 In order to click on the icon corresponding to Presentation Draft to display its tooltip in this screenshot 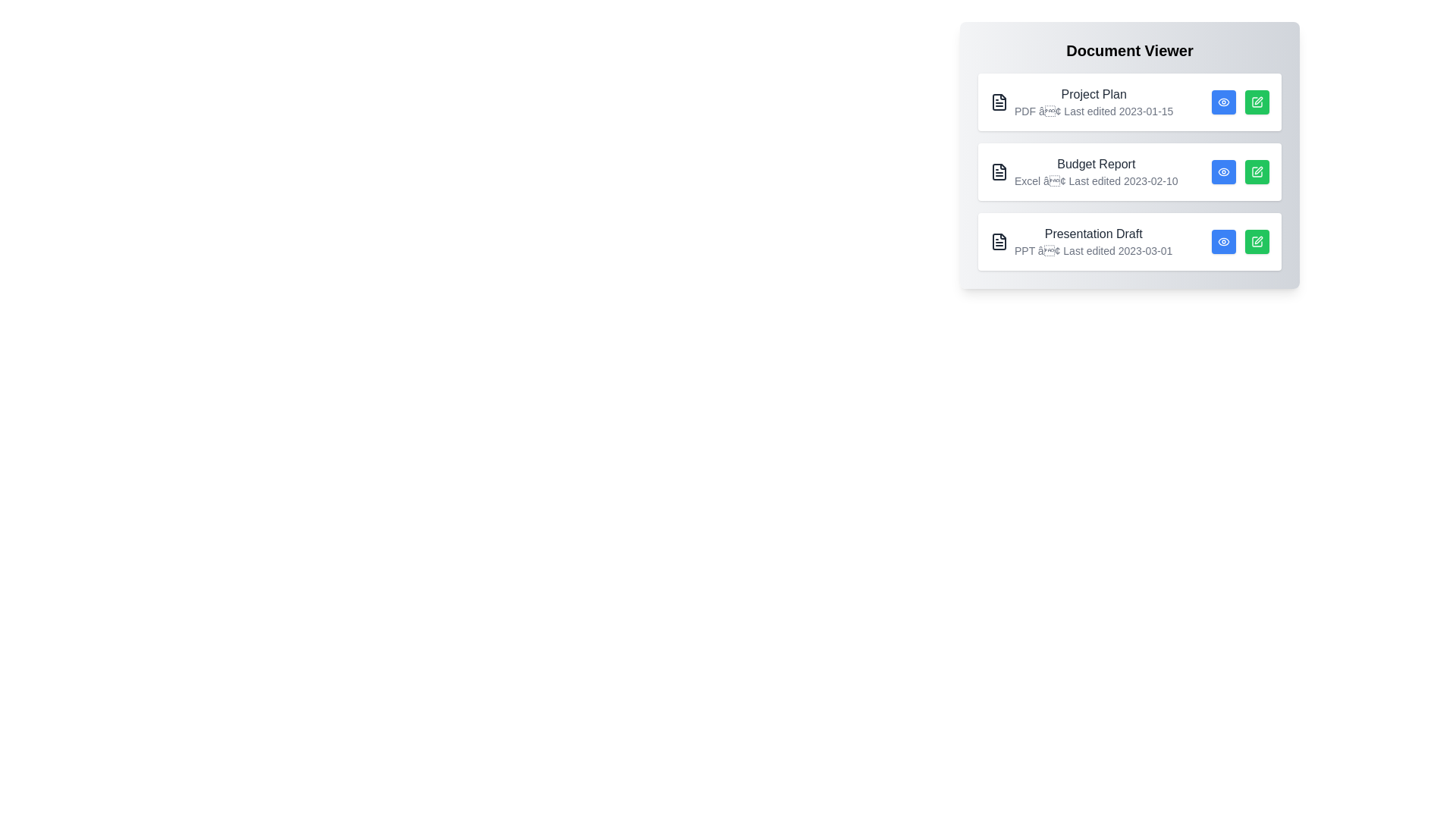, I will do `click(999, 241)`.